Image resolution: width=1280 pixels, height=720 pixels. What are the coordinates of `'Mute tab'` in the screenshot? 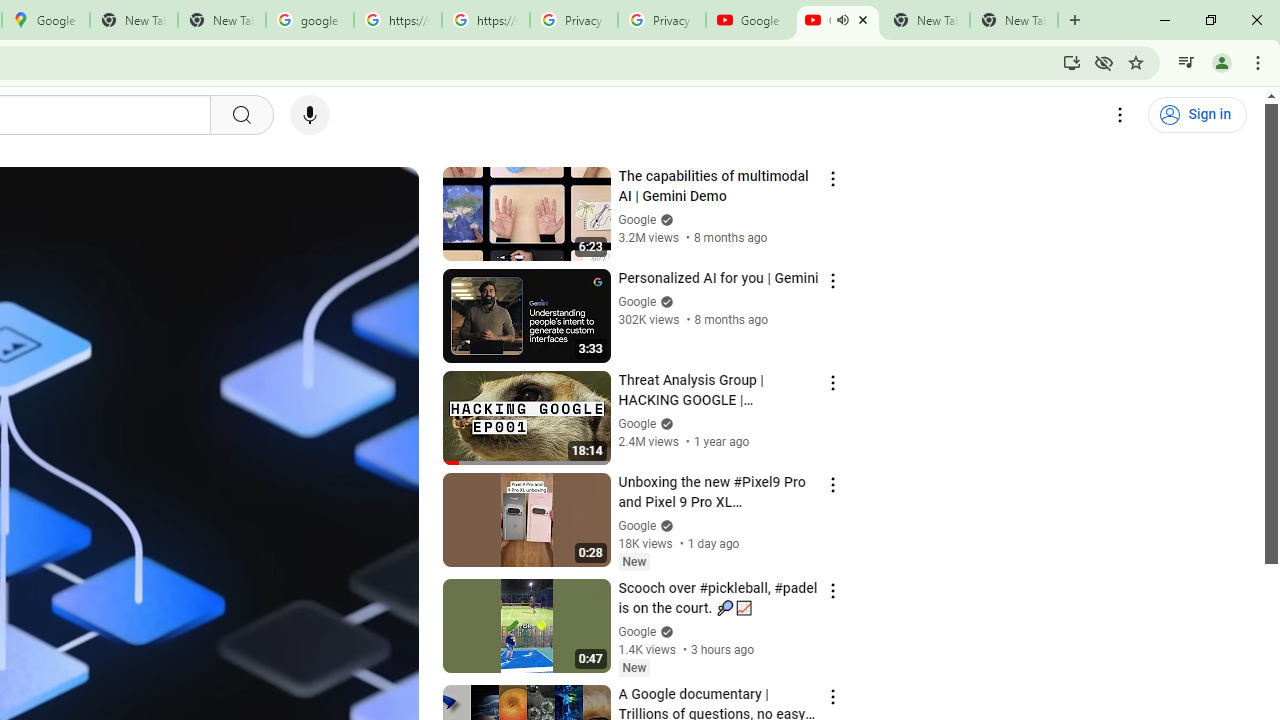 It's located at (842, 20).